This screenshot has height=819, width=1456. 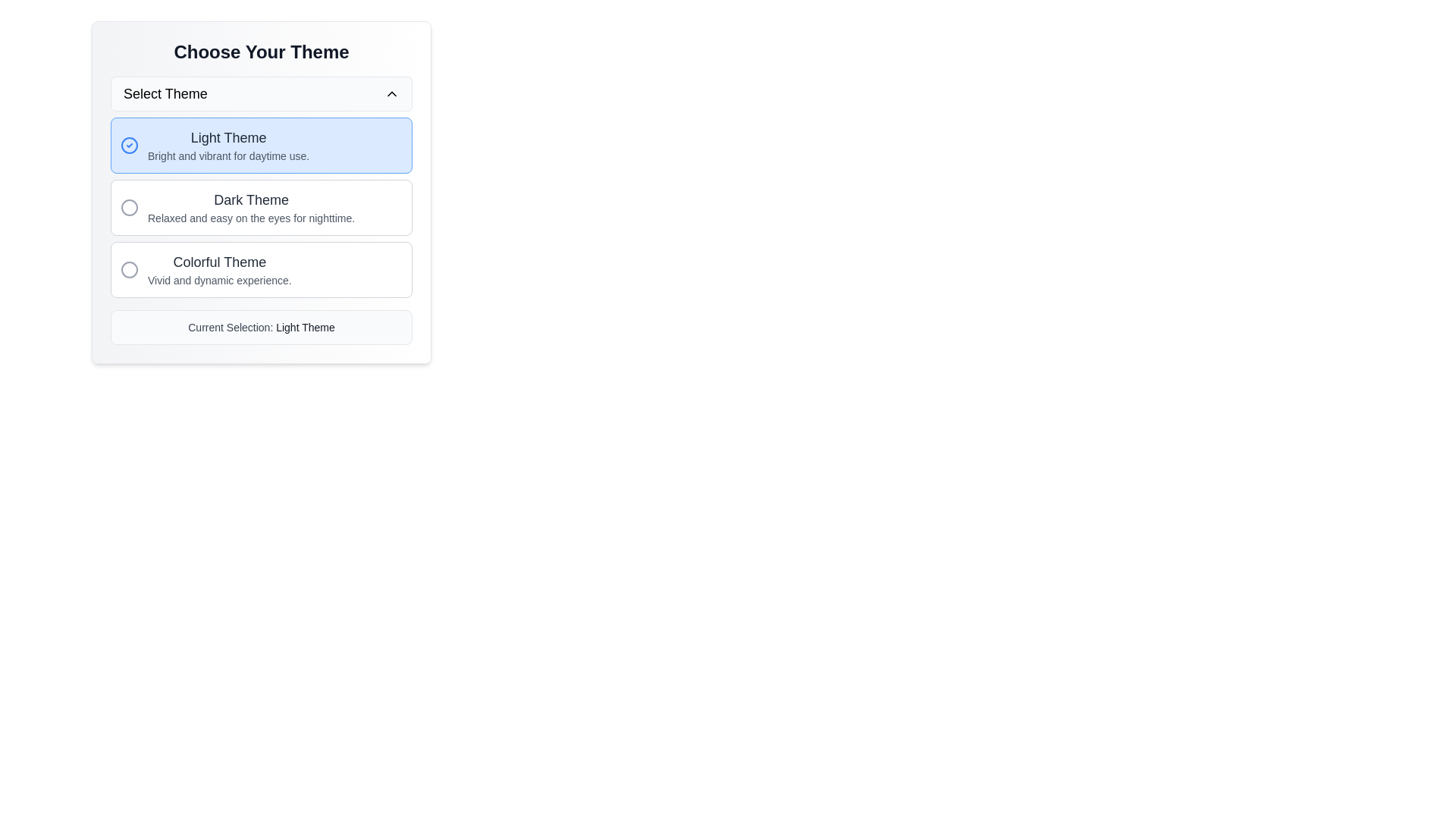 I want to click on the text label that reads 'Vivid and dynamic experience.' which is located below the heading 'Colorful Theme', so click(x=218, y=281).